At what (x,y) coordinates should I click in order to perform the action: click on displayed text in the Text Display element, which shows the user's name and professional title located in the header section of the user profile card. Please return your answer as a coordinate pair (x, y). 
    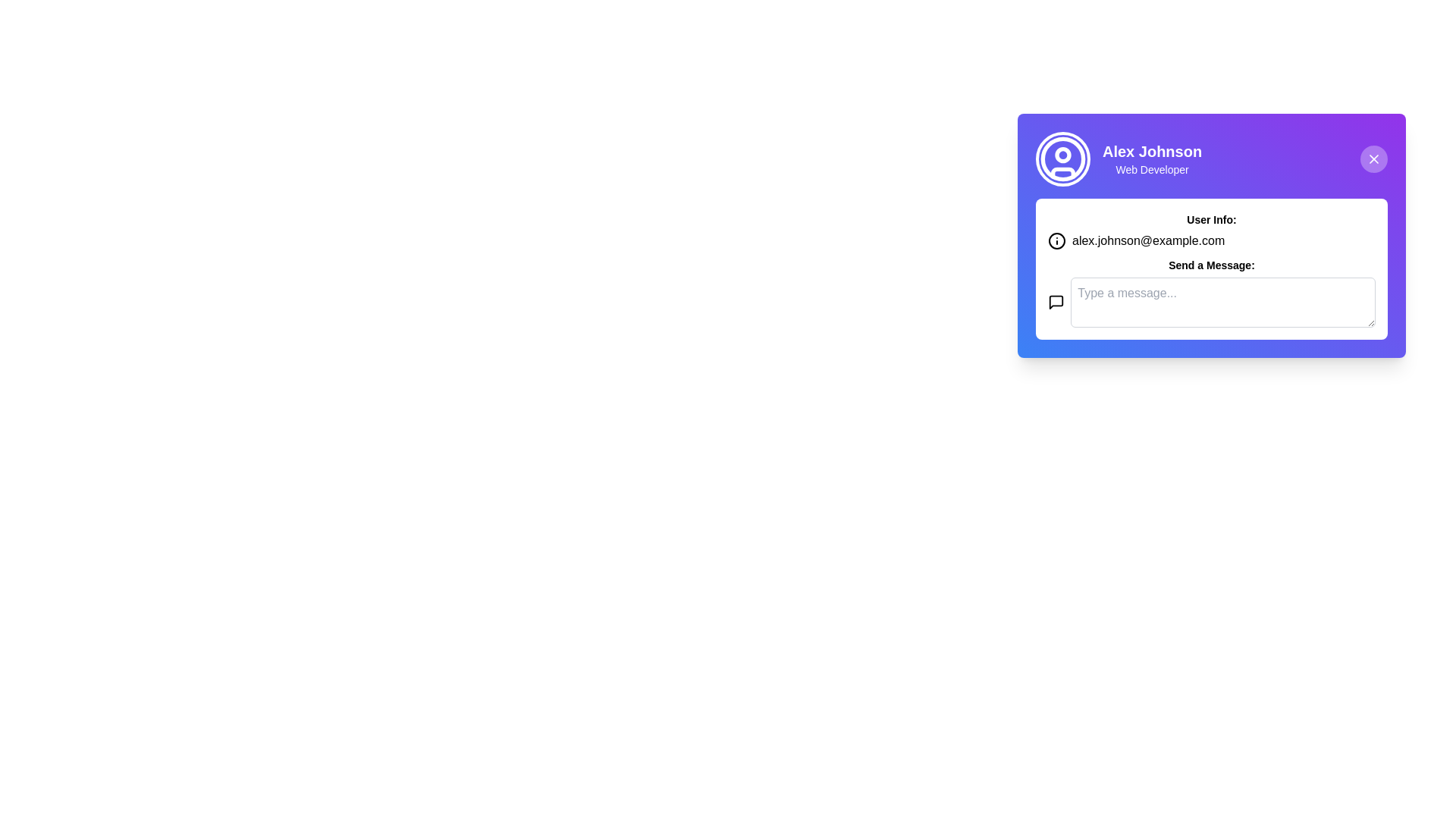
    Looking at the image, I should click on (1152, 158).